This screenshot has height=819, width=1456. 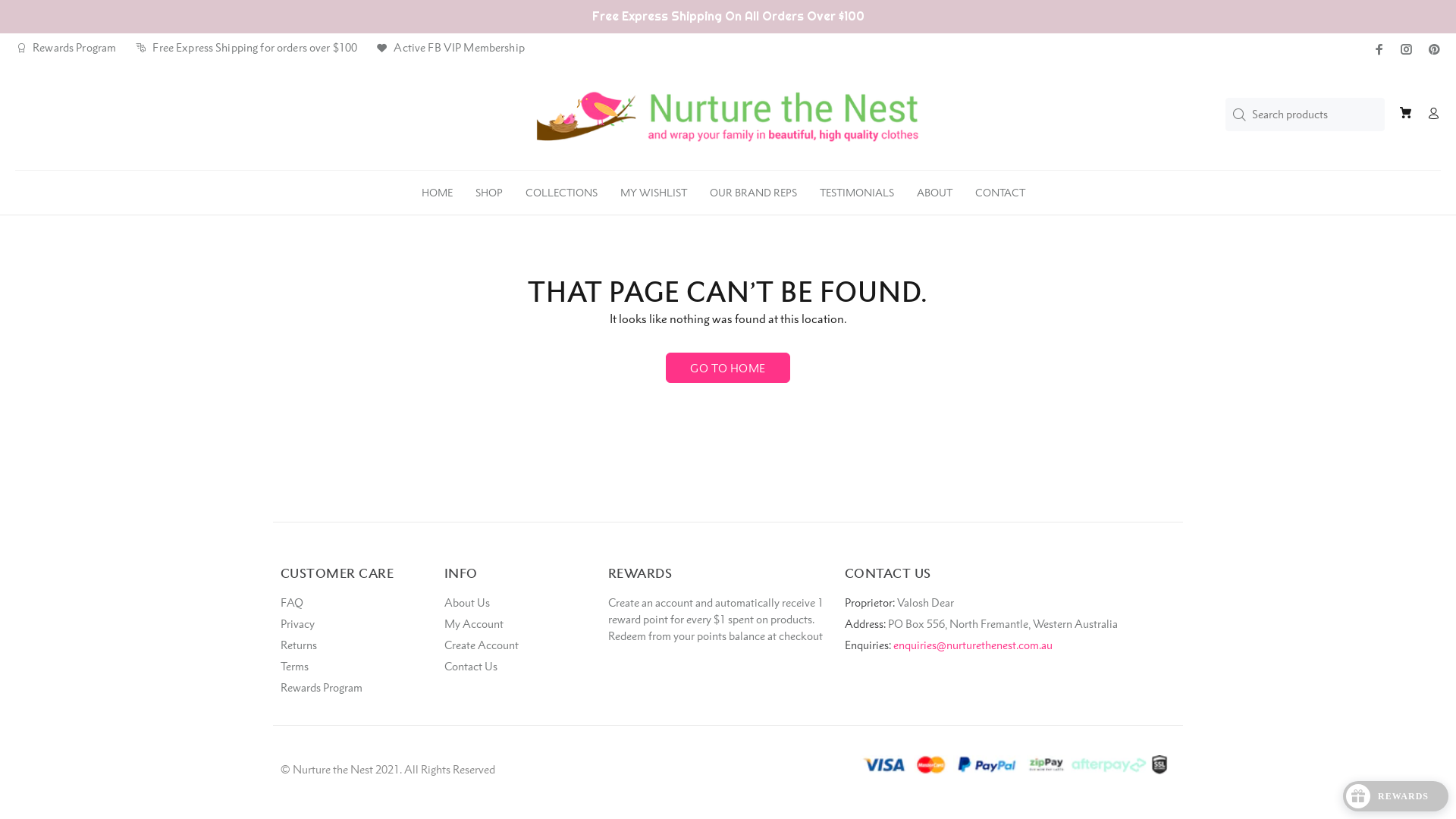 I want to click on 'OUR BRAND REPS', so click(x=753, y=188).